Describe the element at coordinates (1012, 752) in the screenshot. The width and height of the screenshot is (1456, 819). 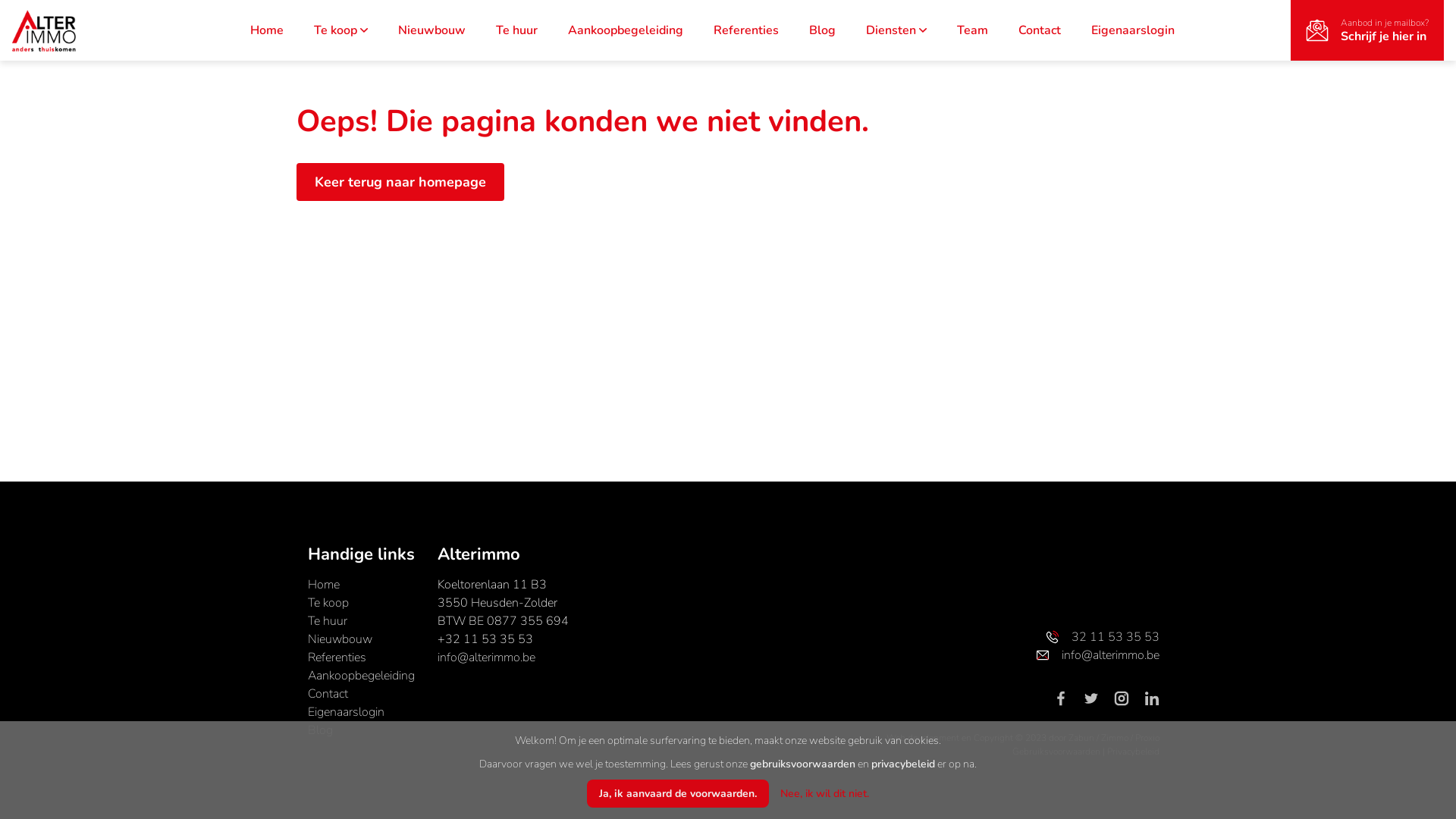
I see `'Gebruiksvoorwaarden'` at that location.